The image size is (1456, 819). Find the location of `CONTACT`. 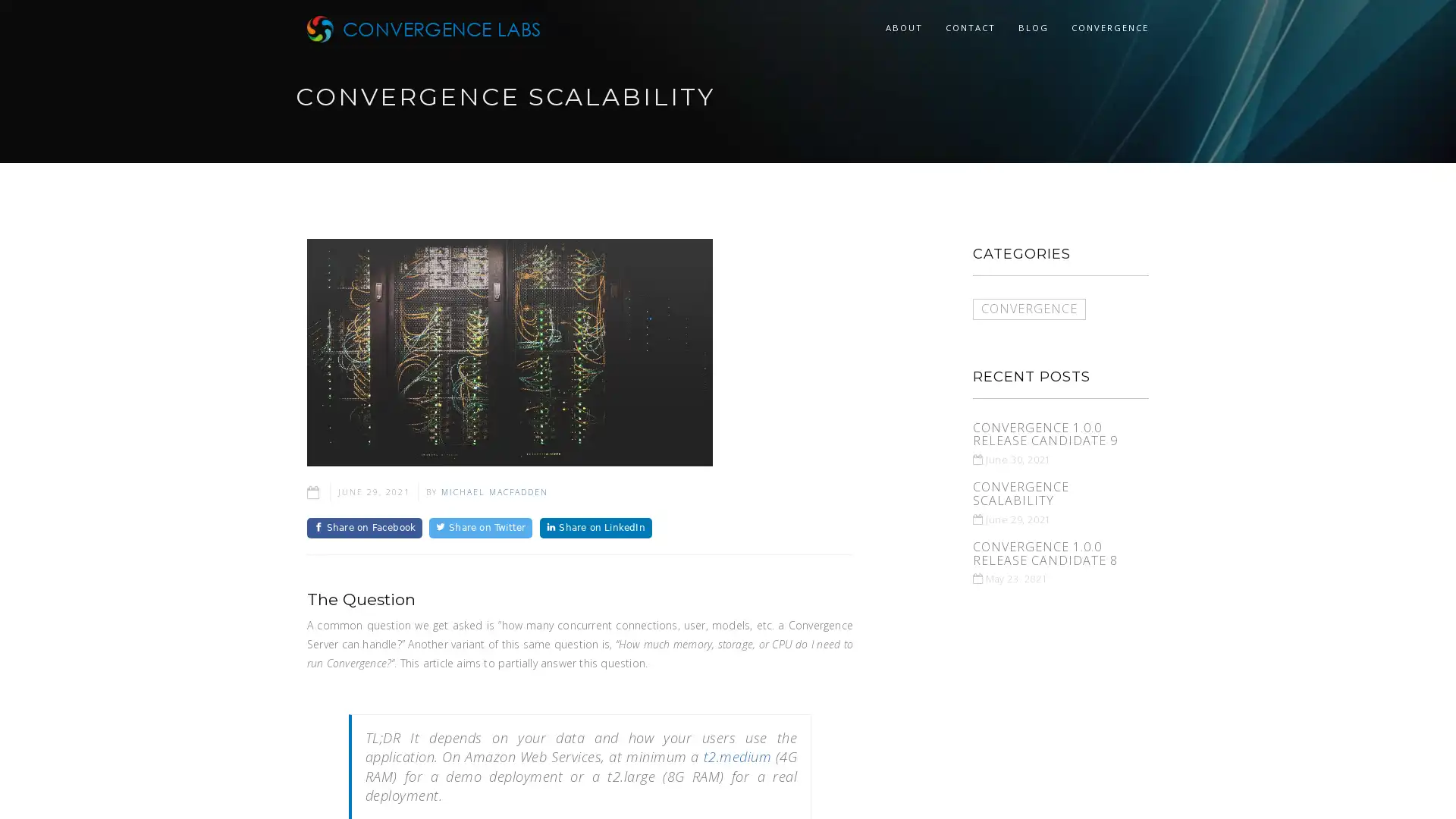

CONTACT is located at coordinates (971, 28).